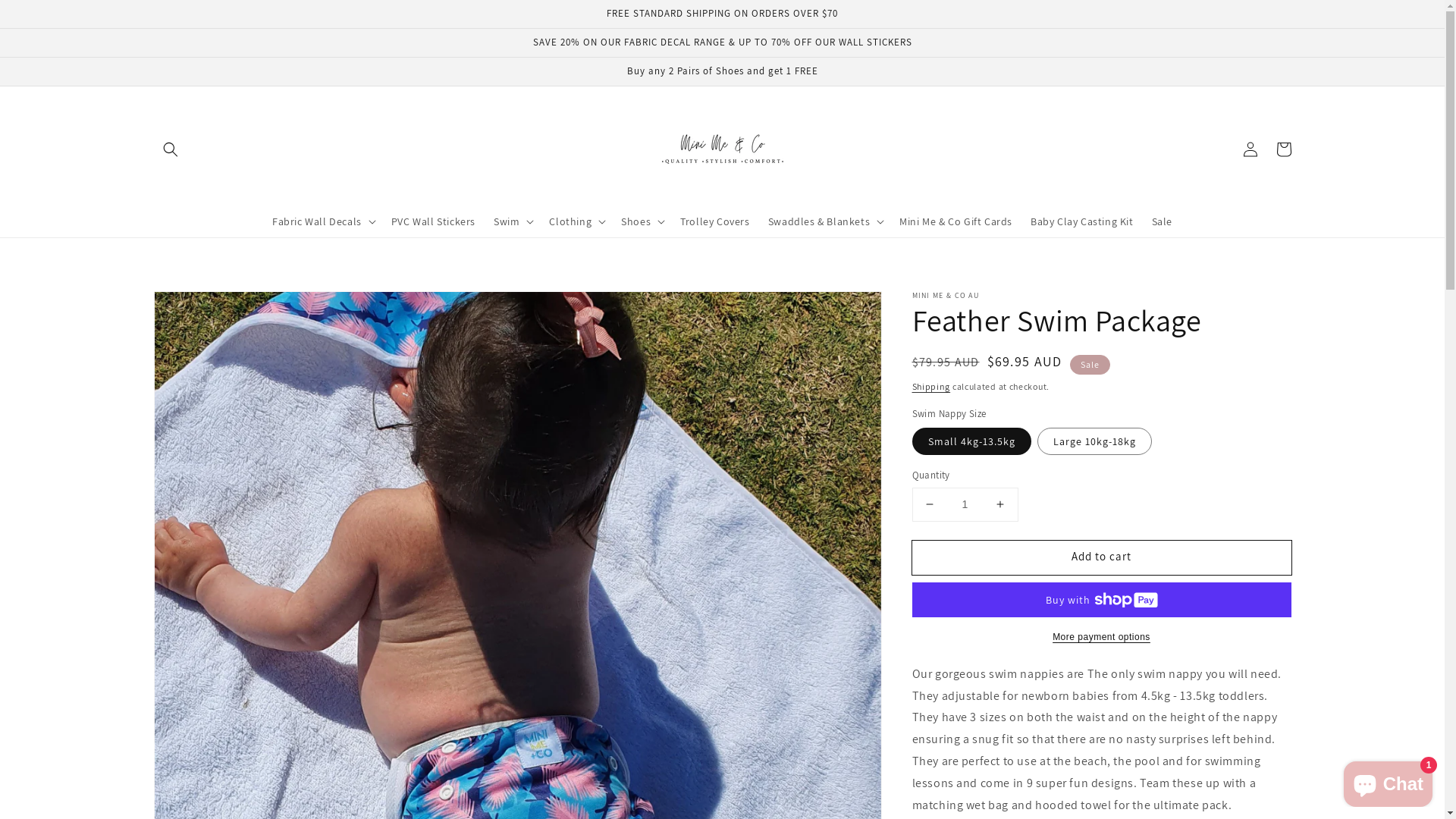  Describe the element at coordinates (999, 504) in the screenshot. I see `'Increase quantity for Feather Swim Package'` at that location.